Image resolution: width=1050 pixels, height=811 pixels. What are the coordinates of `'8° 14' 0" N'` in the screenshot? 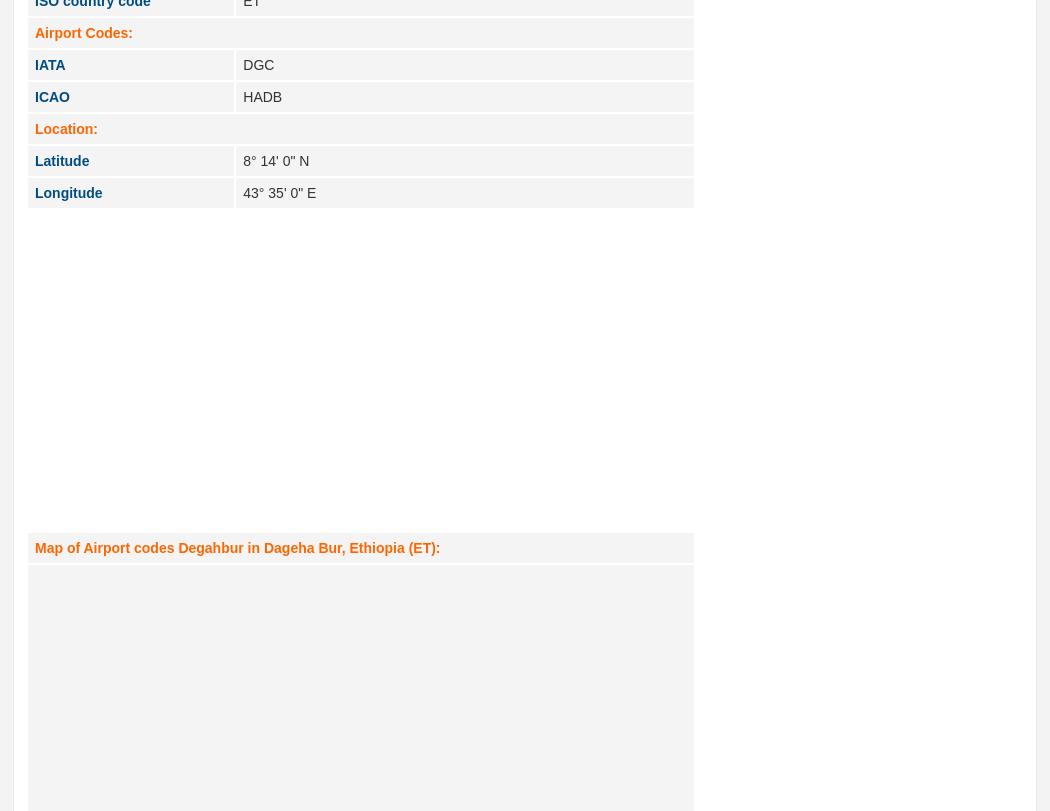 It's located at (242, 160).